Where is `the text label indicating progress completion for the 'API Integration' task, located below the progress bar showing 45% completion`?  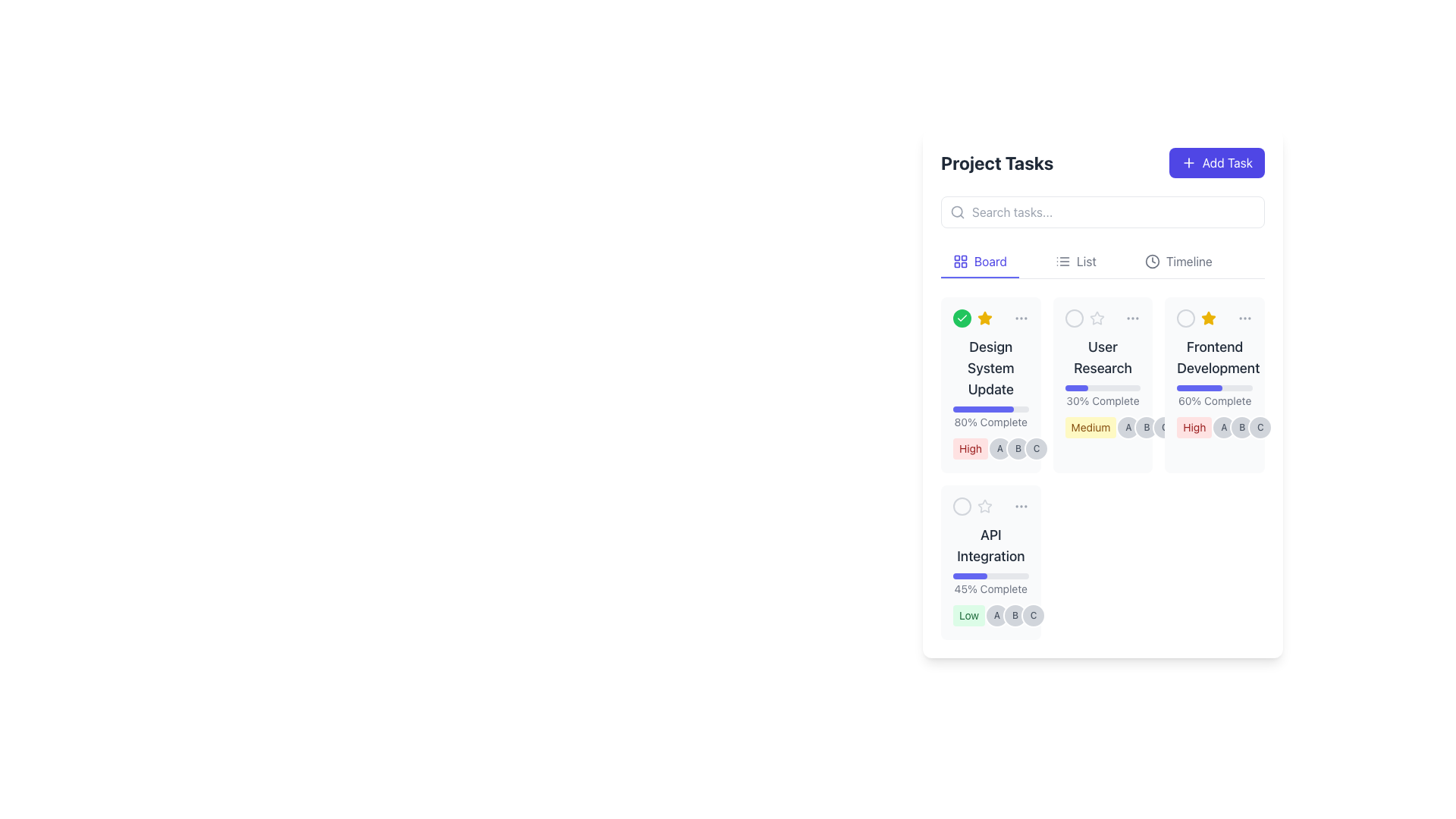 the text label indicating progress completion for the 'API Integration' task, located below the progress bar showing 45% completion is located at coordinates (990, 588).